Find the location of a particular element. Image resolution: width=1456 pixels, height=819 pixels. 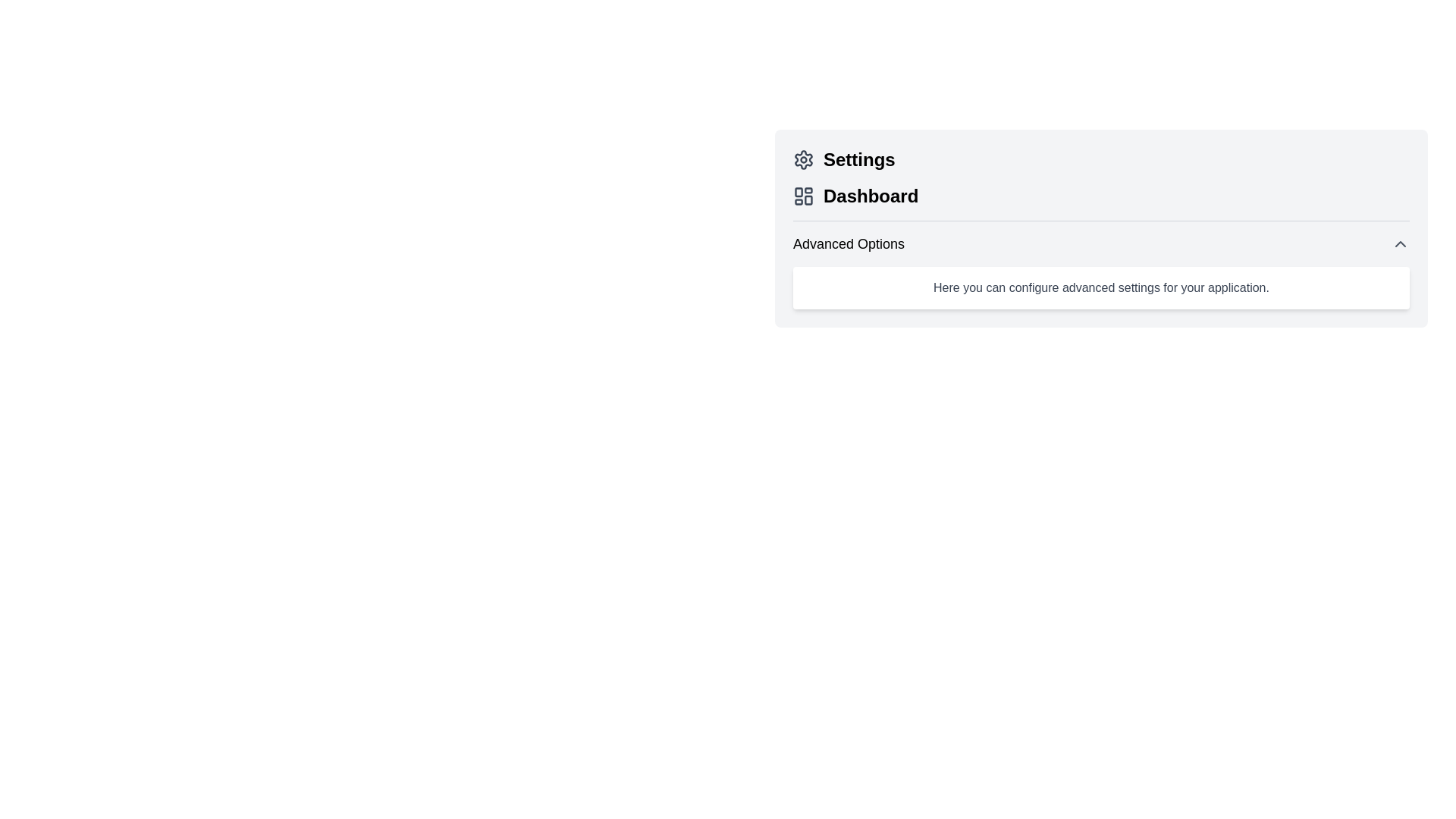

the non-interactive text label that serves as a title for the settings menu, positioned centrally with a cogwheel icon to the left is located at coordinates (859, 160).